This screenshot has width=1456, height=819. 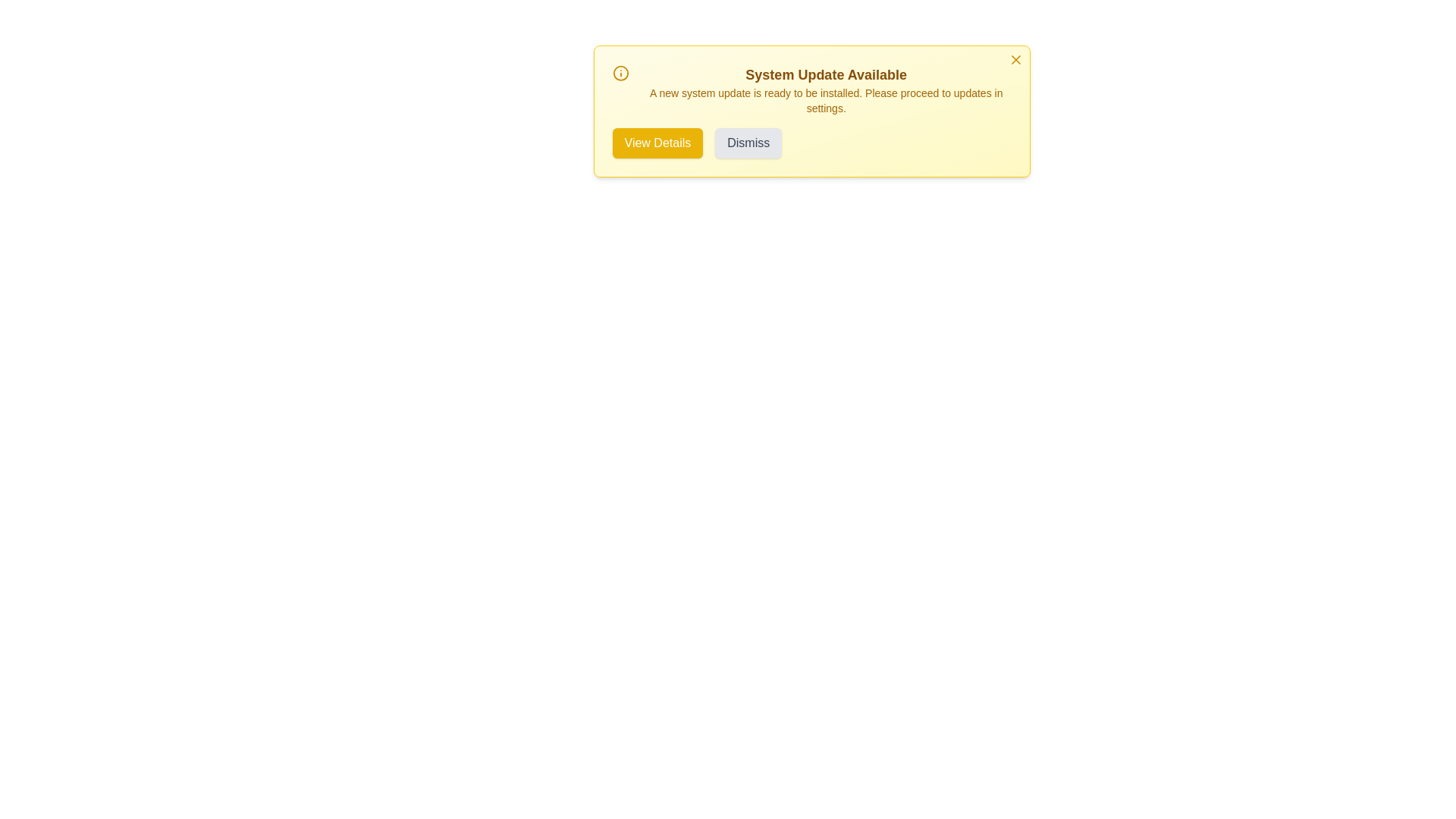 I want to click on the circular informational icon with a yellow outline and inner dot located at the top-left corner of the 'System Update Available' notification card, so click(x=620, y=73).